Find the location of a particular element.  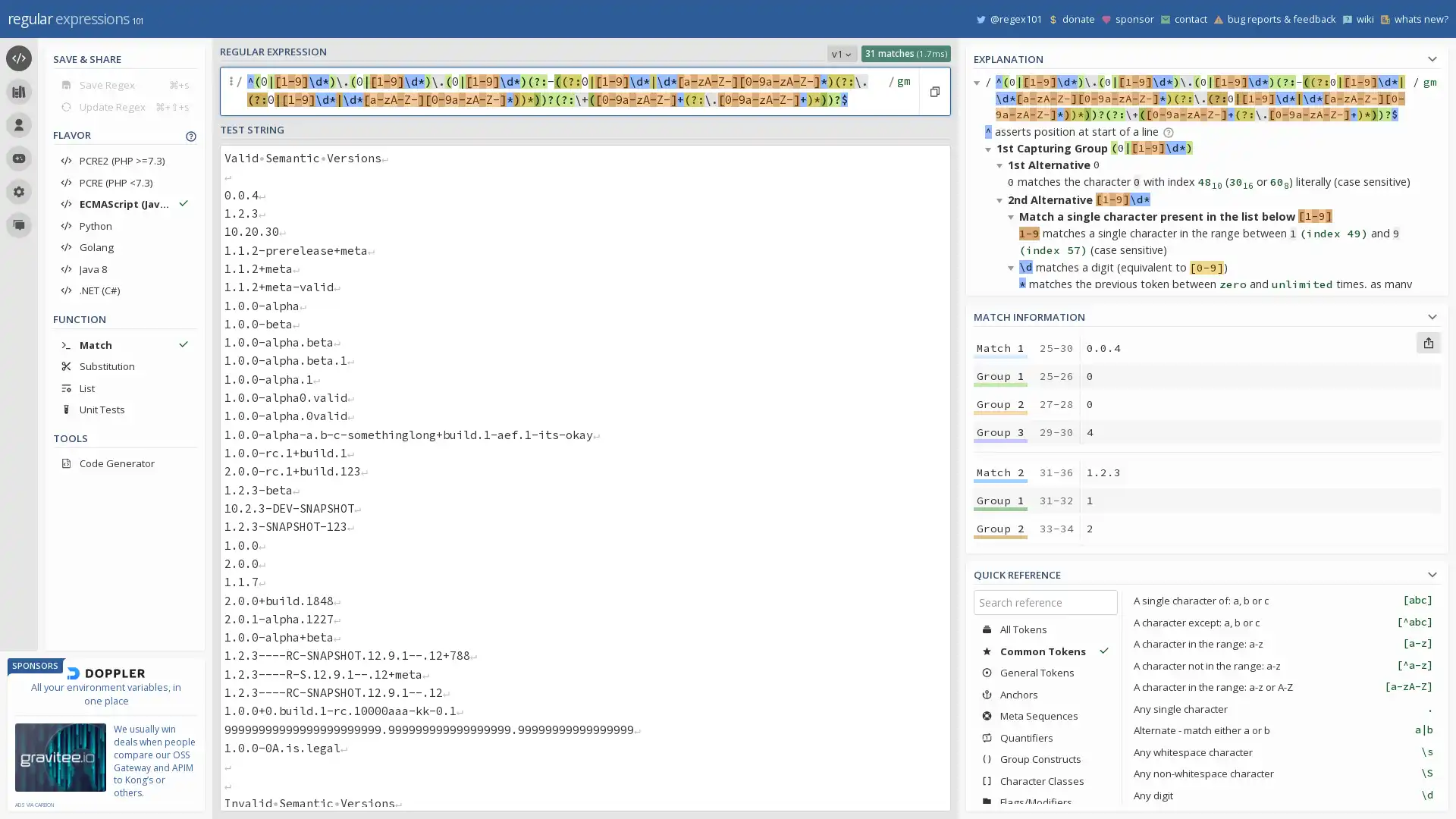

Collapse Subtree is located at coordinates (990, 525).